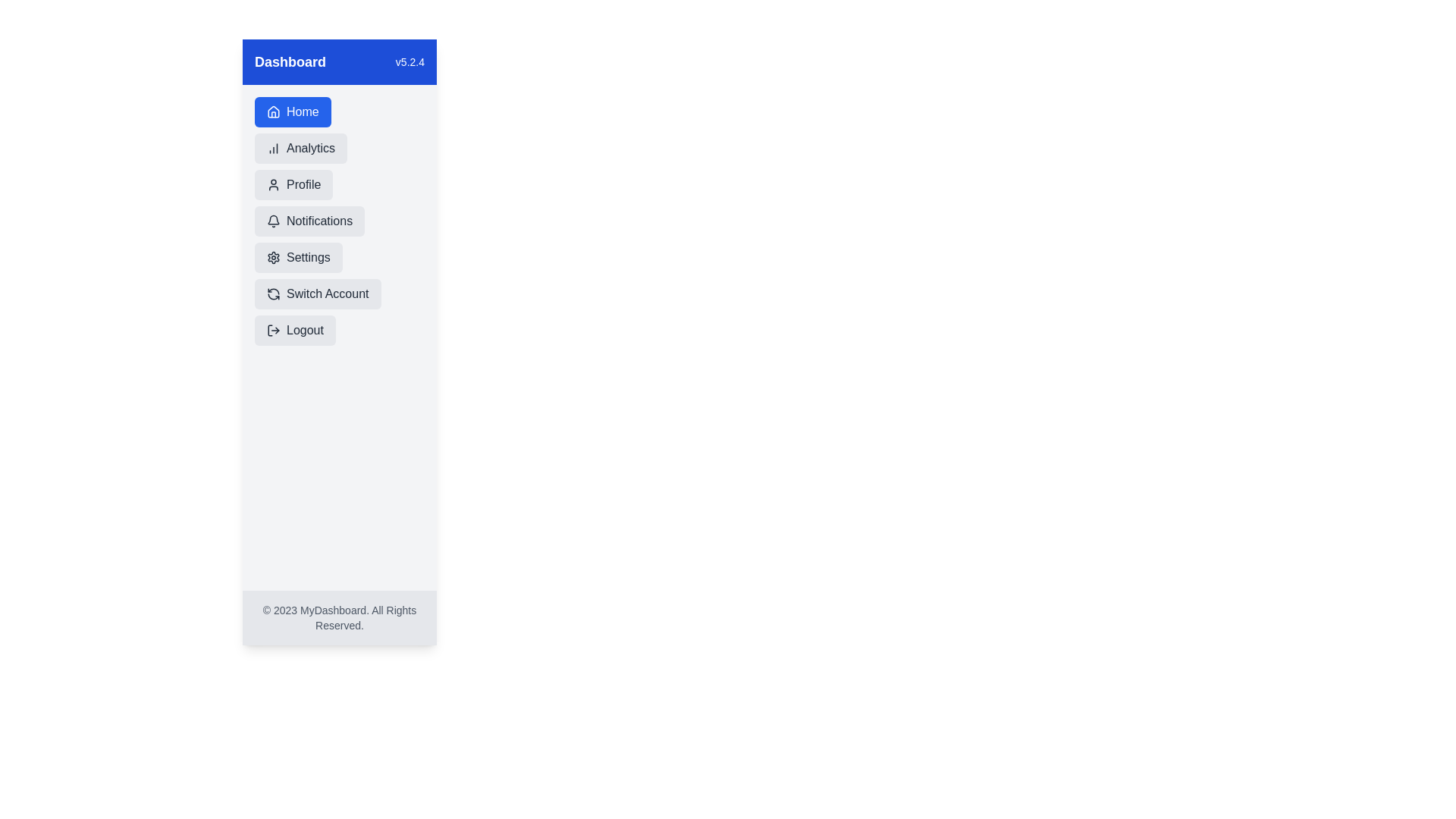 The image size is (1456, 819). What do you see at coordinates (303, 111) in the screenshot?
I see `the text label that serves as the label for the navigation button directing users to the homepage located in the vertical navigation menu on the left side of the interface` at bounding box center [303, 111].